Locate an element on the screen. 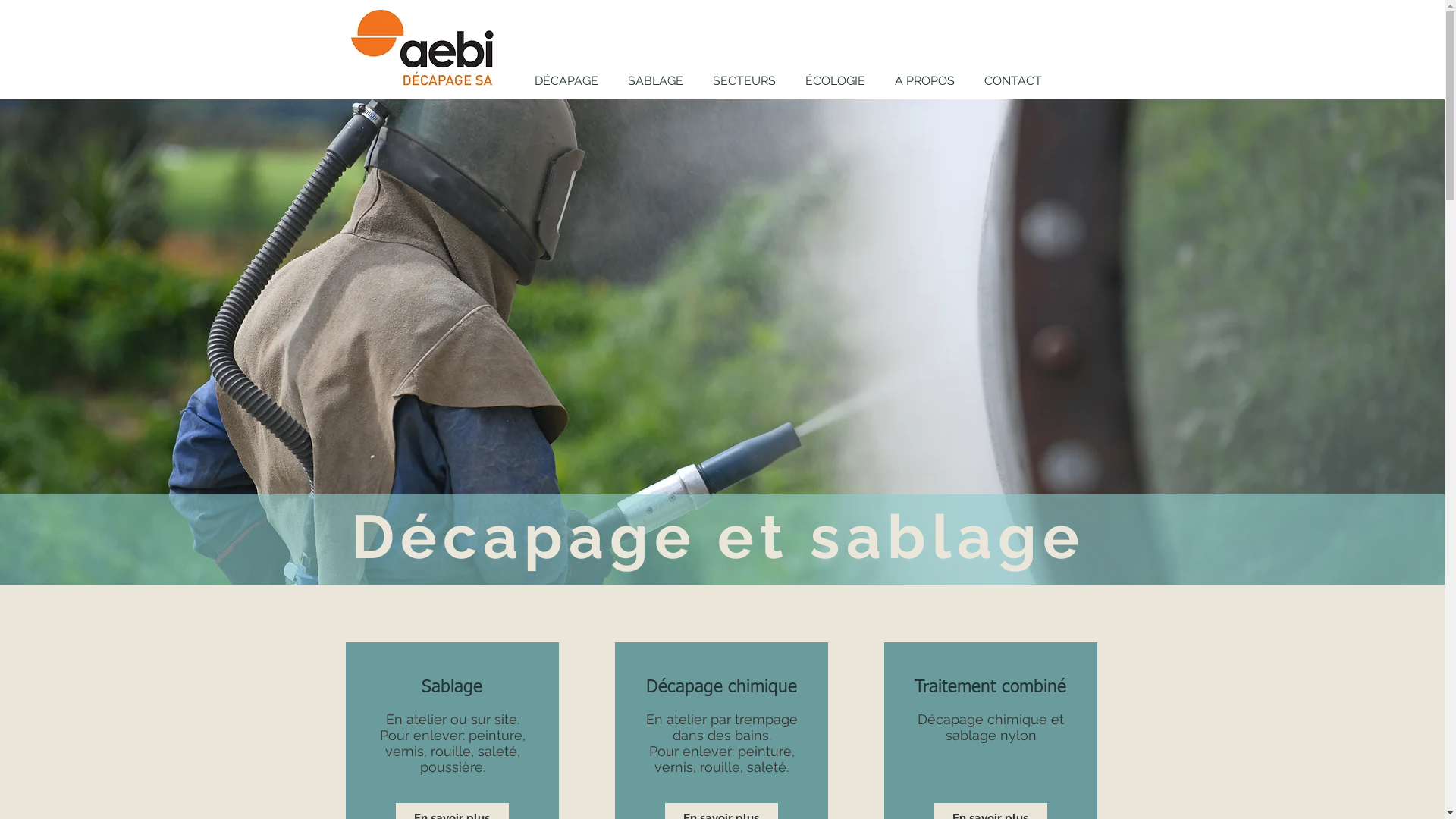 Image resolution: width=1456 pixels, height=819 pixels. 'Accueil' is located at coordinates (425, 46).